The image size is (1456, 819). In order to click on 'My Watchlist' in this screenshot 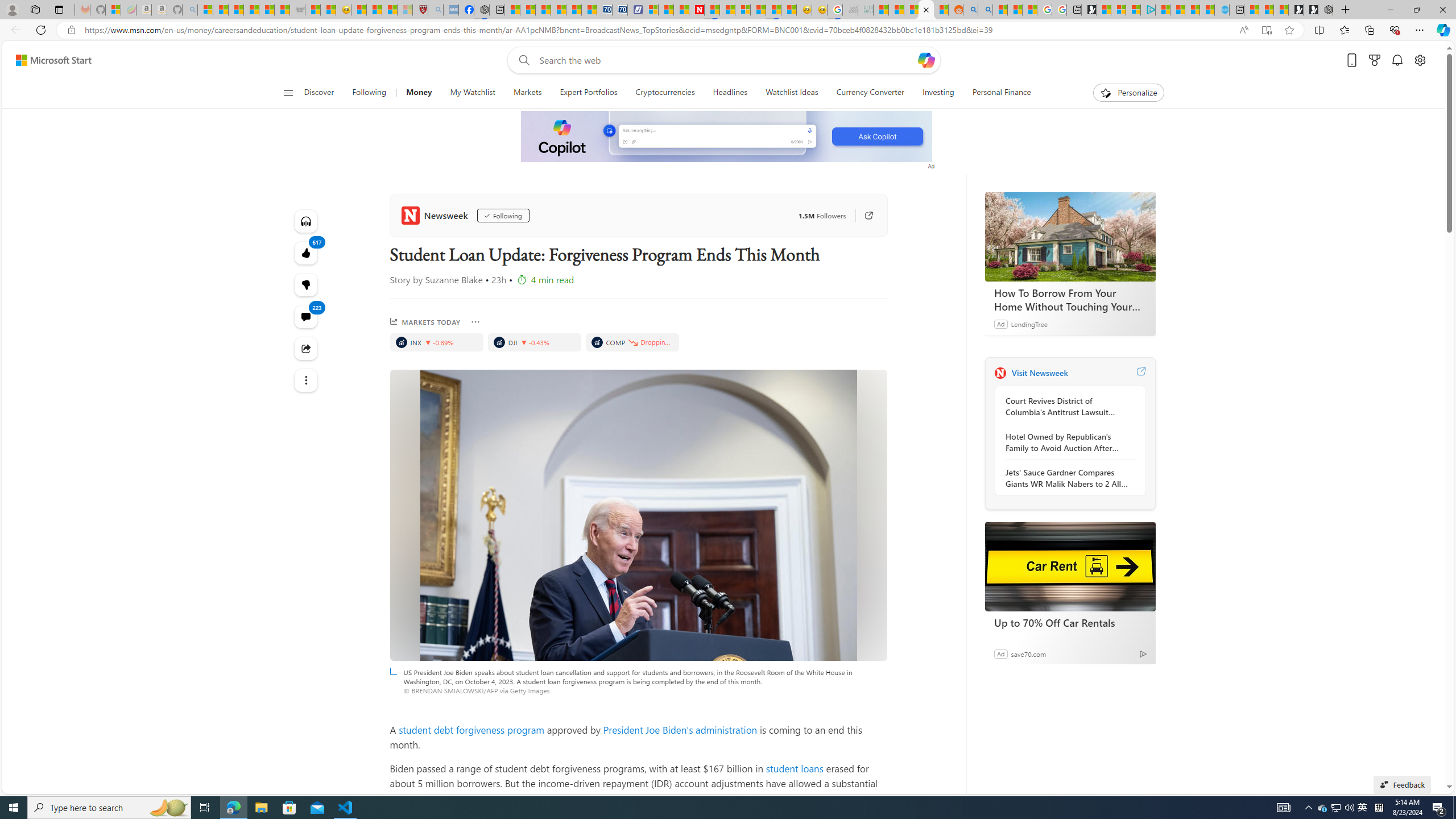, I will do `click(471, 92)`.